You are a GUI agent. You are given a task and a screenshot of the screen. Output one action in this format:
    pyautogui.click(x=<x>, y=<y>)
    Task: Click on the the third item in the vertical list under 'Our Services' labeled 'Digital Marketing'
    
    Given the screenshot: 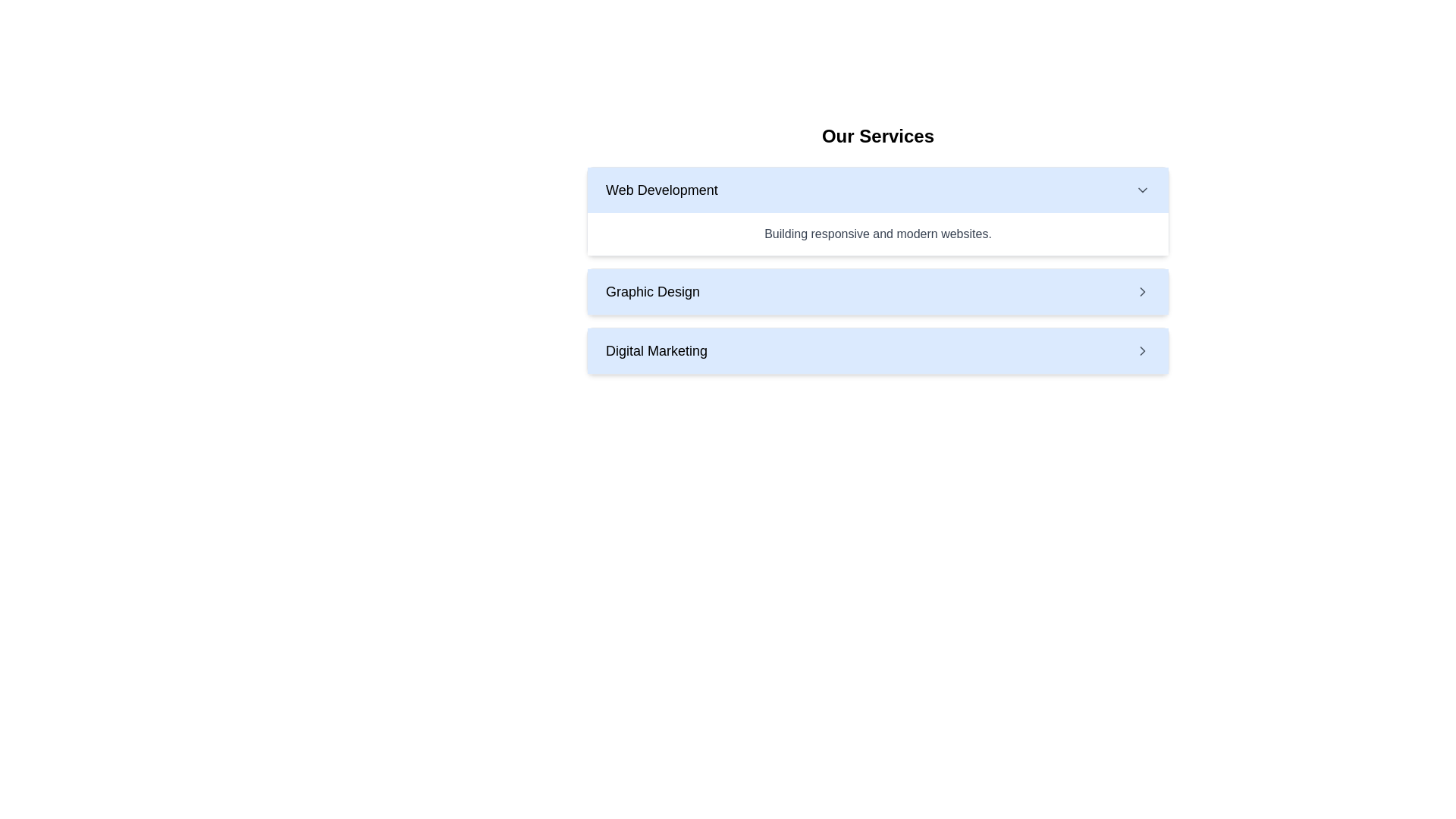 What is the action you would take?
    pyautogui.click(x=877, y=350)
    